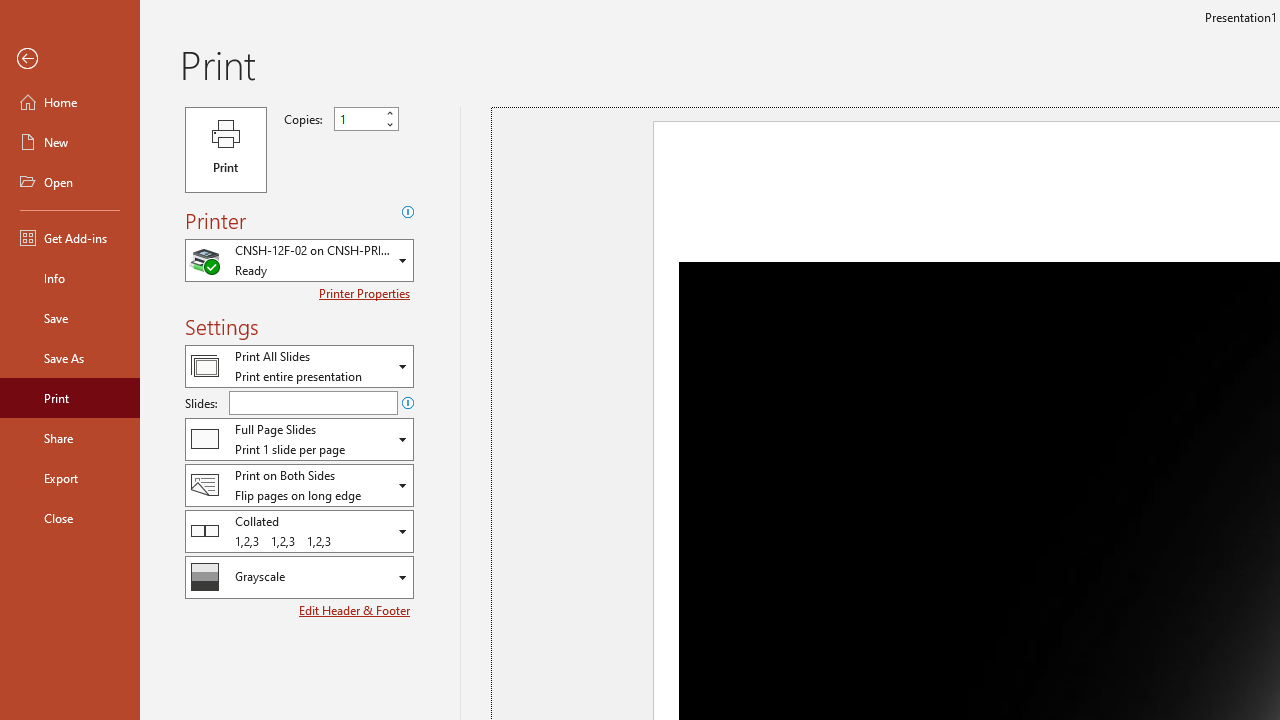 This screenshot has width=1280, height=720. I want to click on 'Two-Sided Printing', so click(298, 485).